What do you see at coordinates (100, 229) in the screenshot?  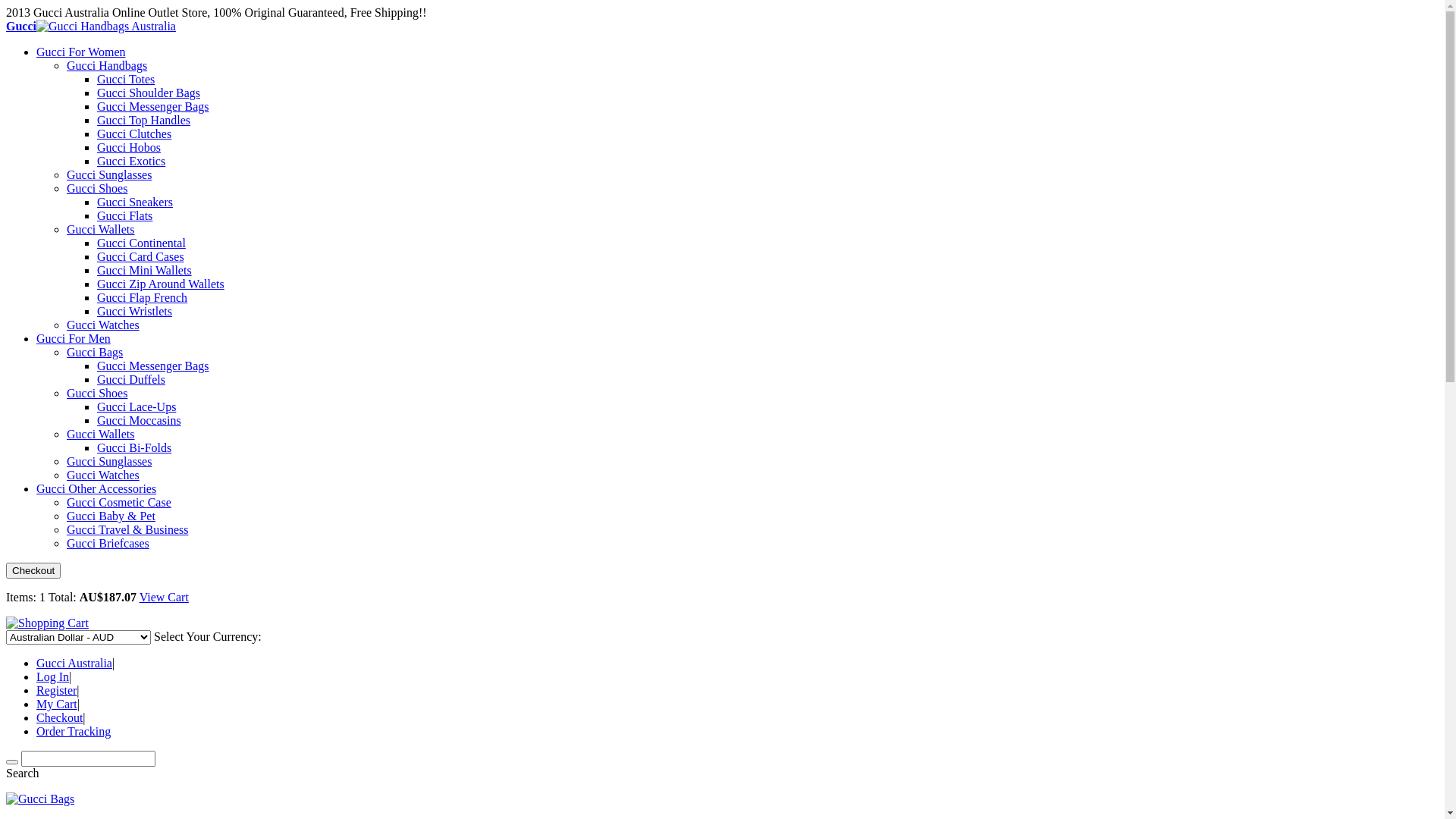 I see `'Gucci Wallets'` at bounding box center [100, 229].